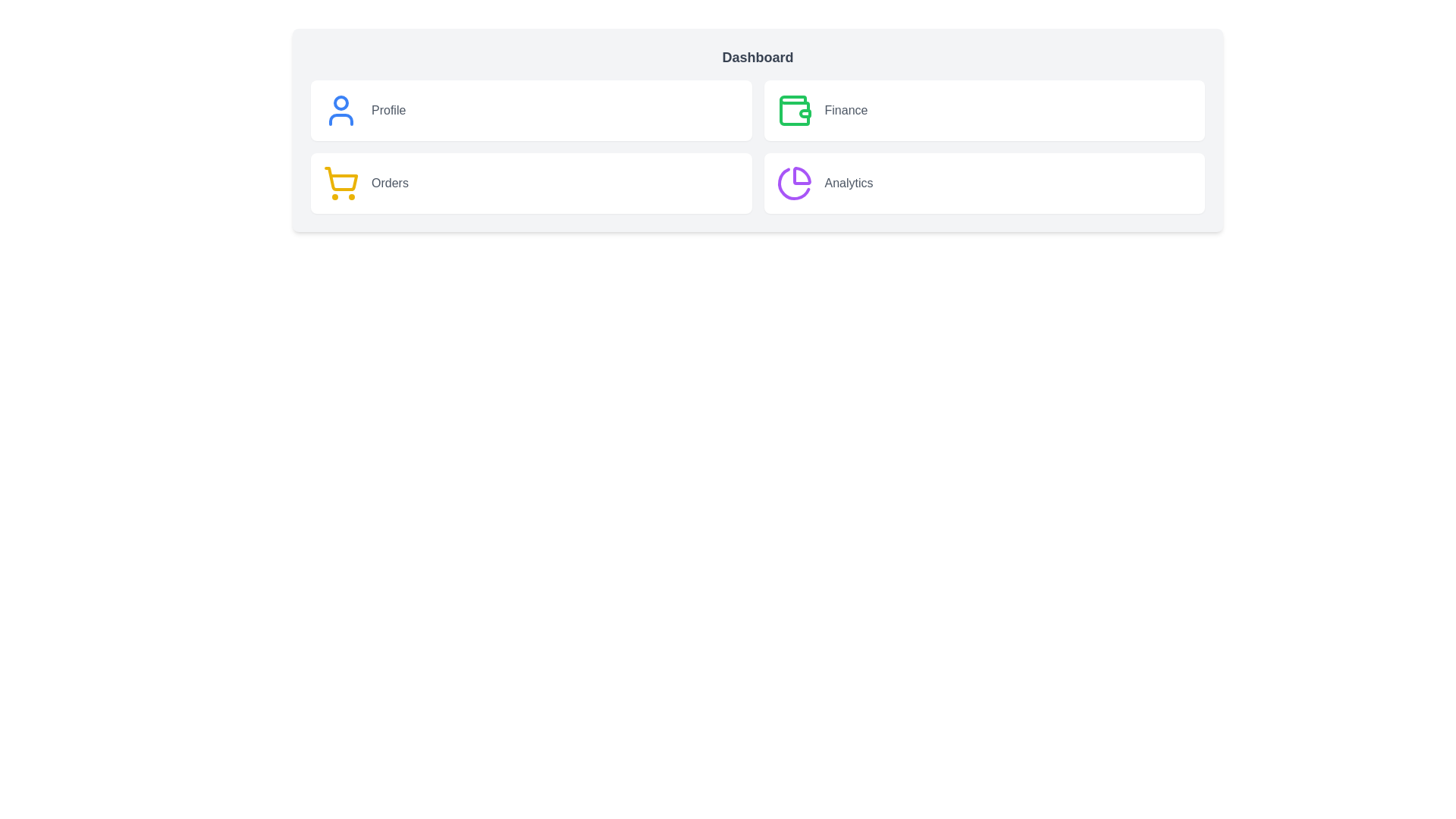  What do you see at coordinates (984, 110) in the screenshot?
I see `the 'Finance' Interactive Card, which is the second card in the grid layout` at bounding box center [984, 110].